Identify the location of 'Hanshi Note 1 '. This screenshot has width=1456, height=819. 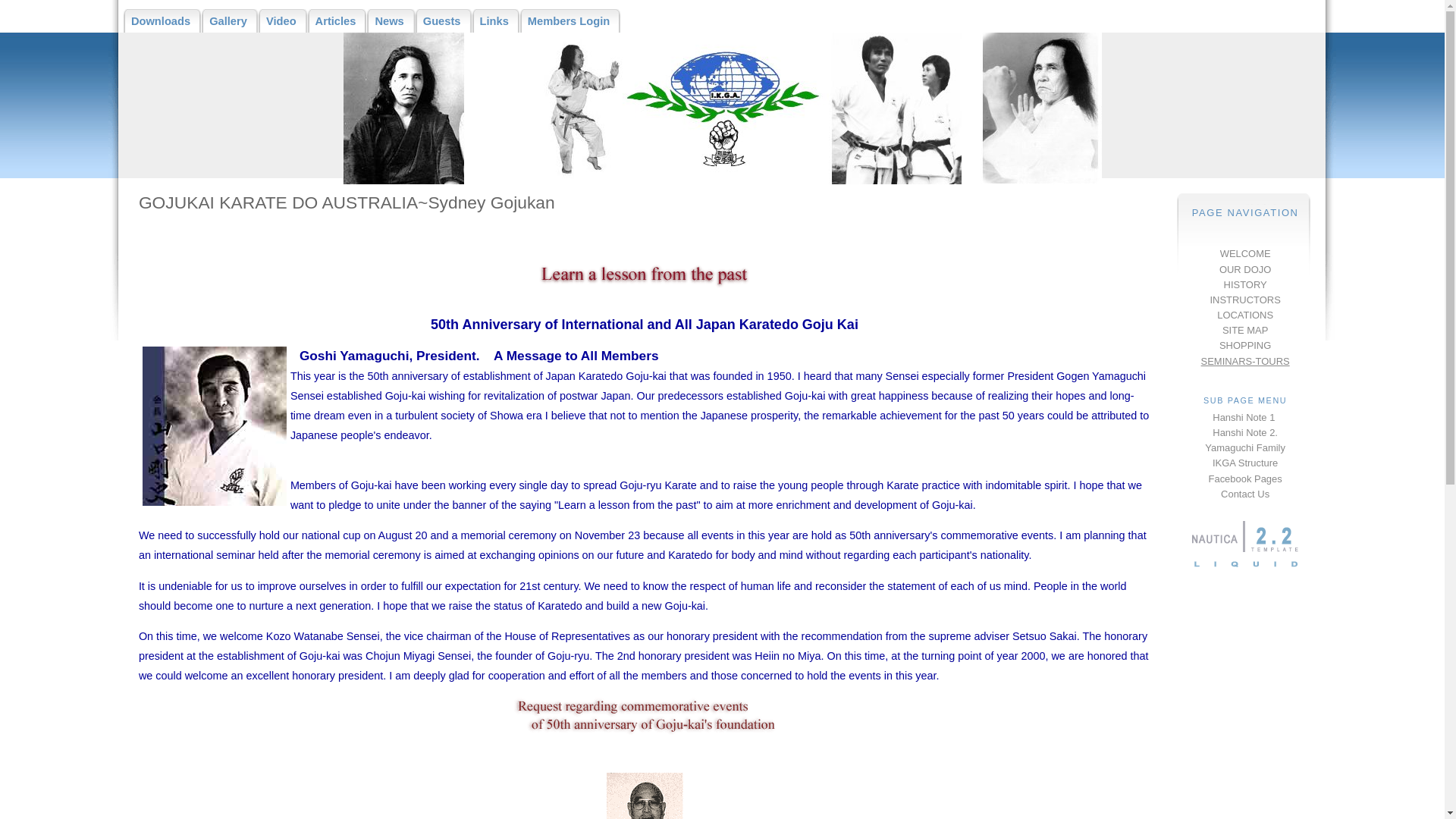
(1244, 417).